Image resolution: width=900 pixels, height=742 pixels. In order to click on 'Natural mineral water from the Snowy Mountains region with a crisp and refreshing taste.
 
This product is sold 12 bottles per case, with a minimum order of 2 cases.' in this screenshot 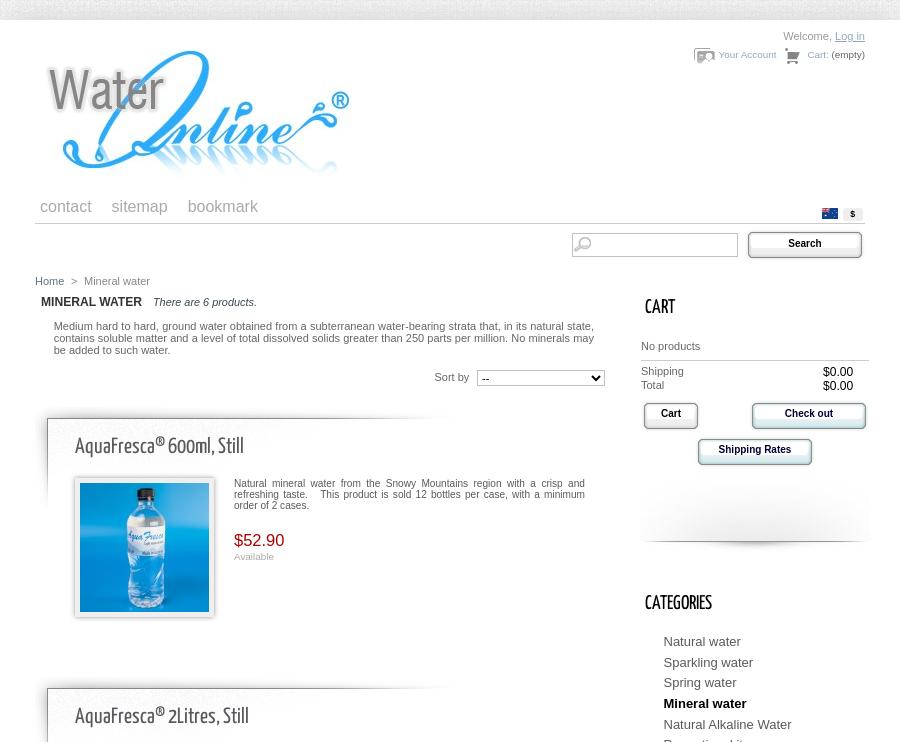, I will do `click(409, 492)`.